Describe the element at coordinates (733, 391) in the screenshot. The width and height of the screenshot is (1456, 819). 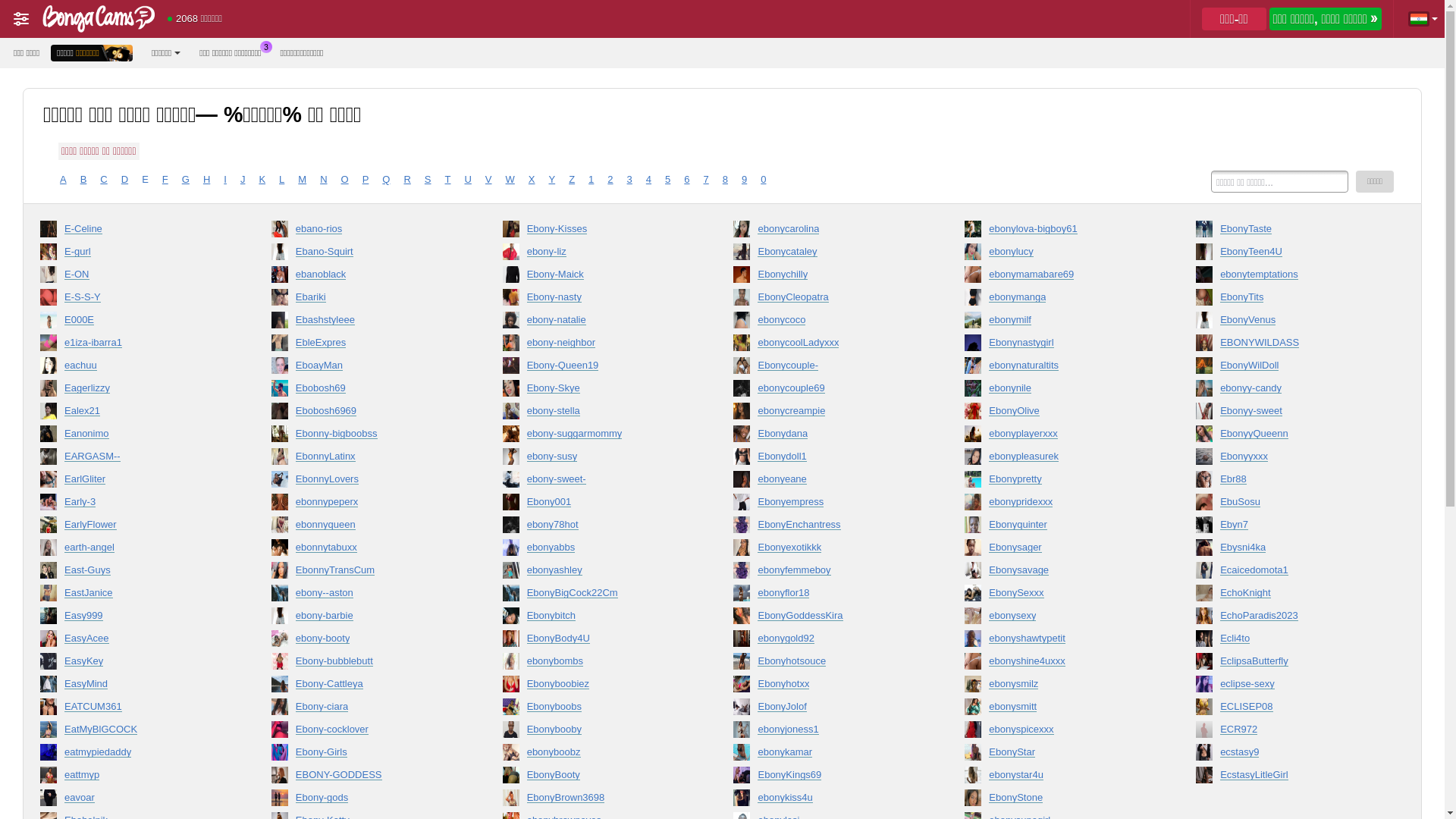
I see `'ebonycouple69'` at that location.